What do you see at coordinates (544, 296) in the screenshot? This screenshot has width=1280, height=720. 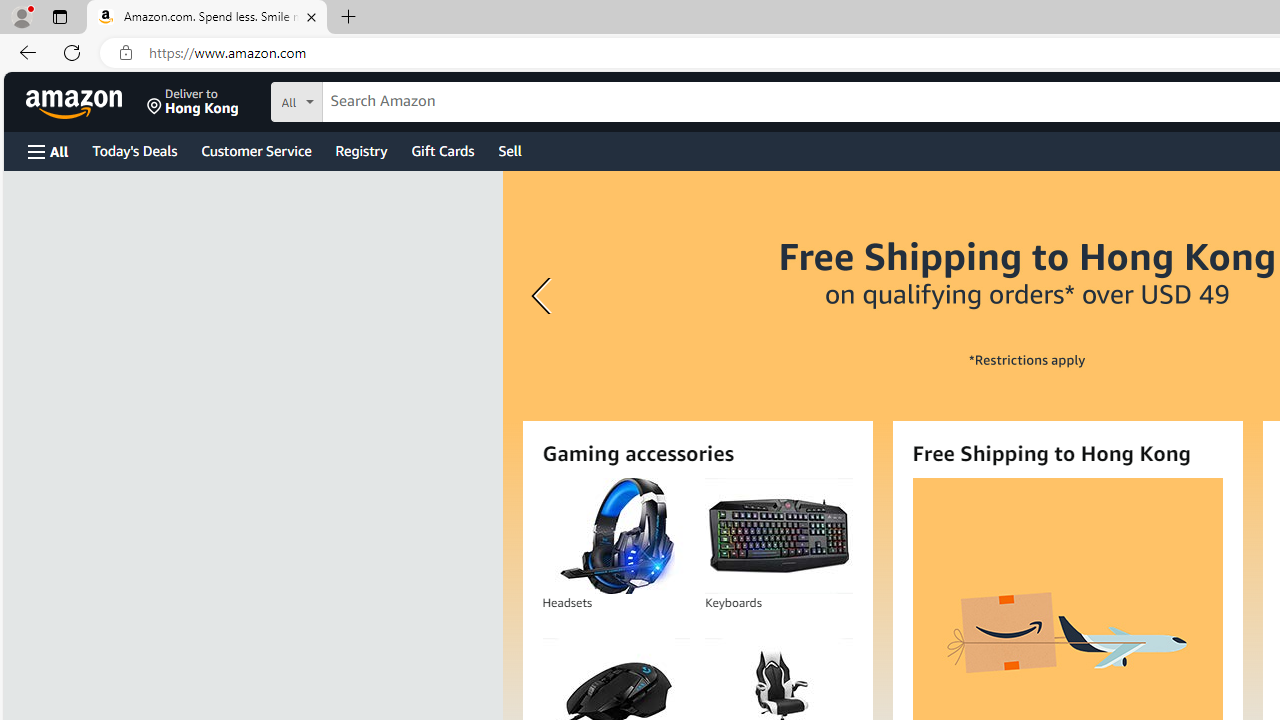 I see `'Previous slide'` at bounding box center [544, 296].